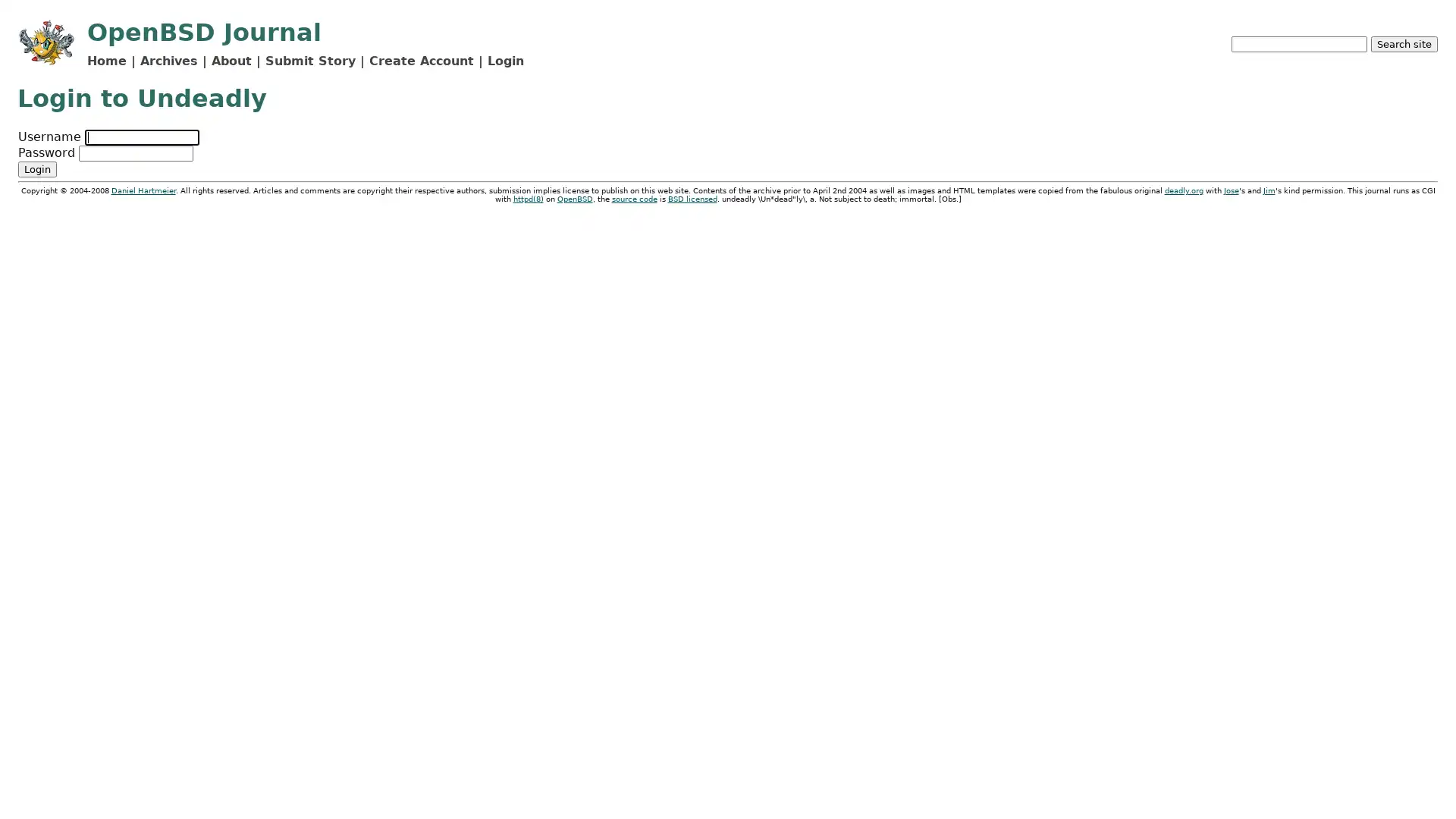 The image size is (1456, 819). Describe the element at coordinates (37, 168) in the screenshot. I see `Login` at that location.